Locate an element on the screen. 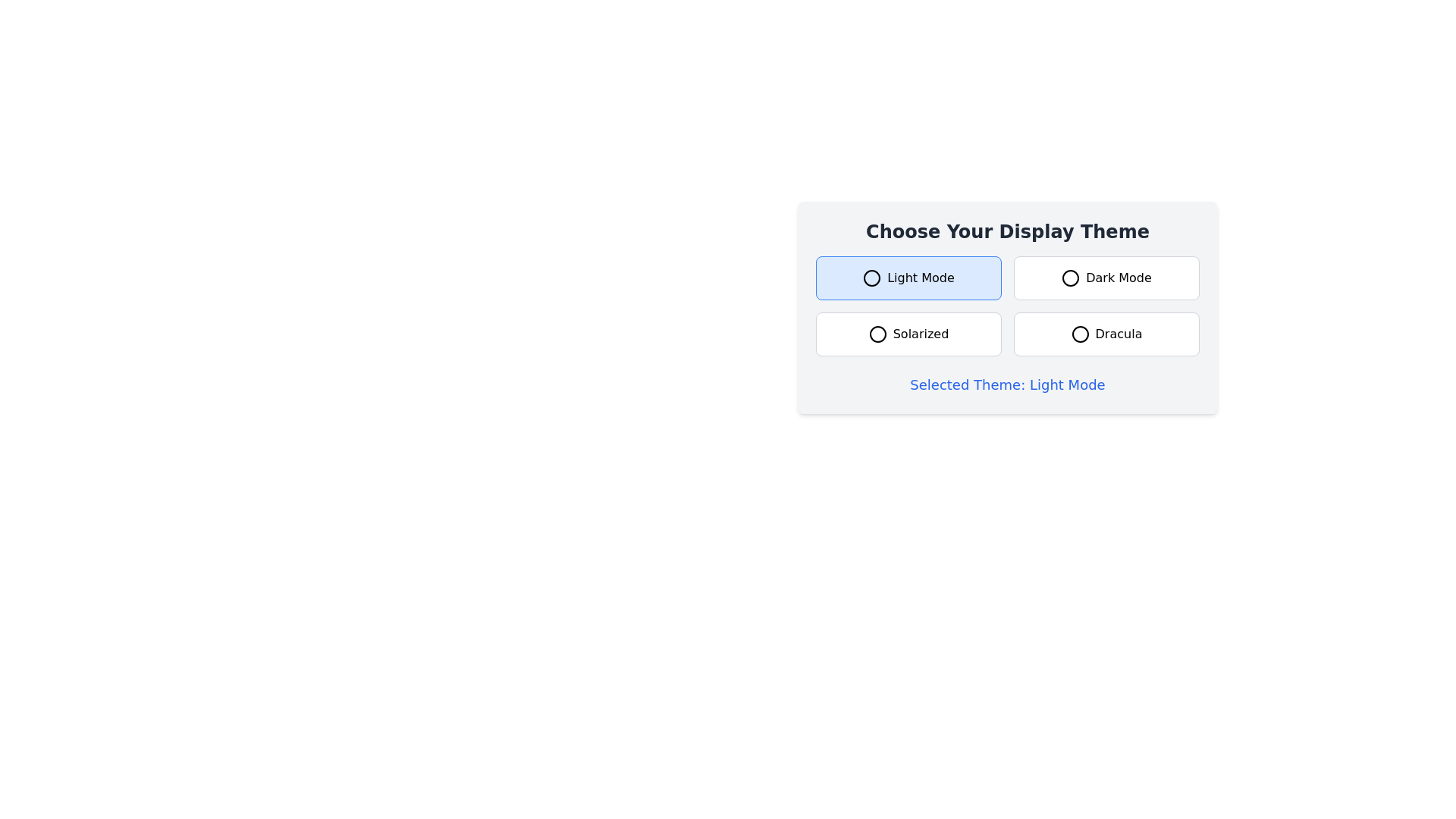 The height and width of the screenshot is (819, 1456). the 'Dark Mode' radio button to visualize hover effects is located at coordinates (1070, 278).